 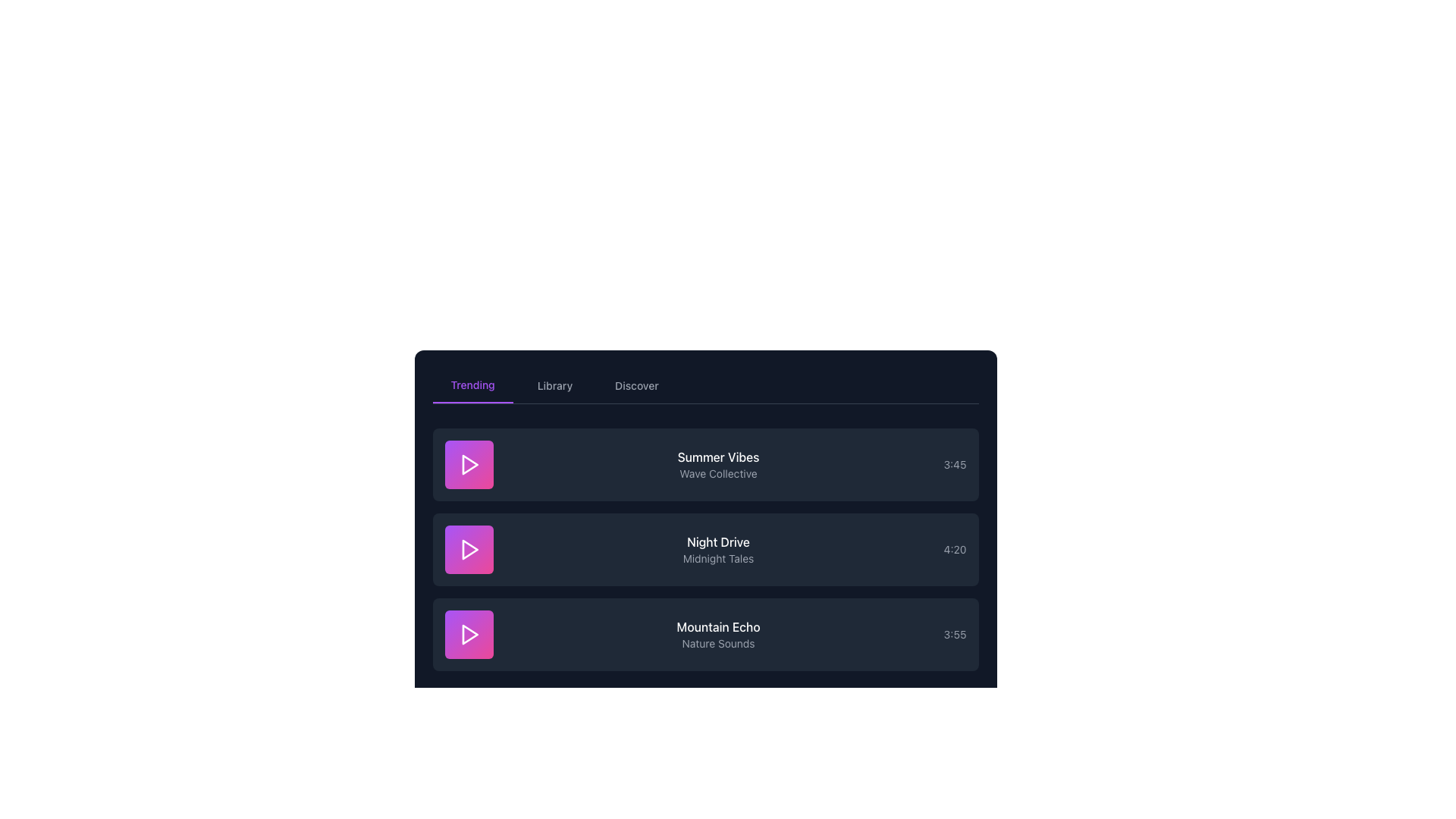 I want to click on the square button with a gradient background transitioning from purple to pink, featuring a white play icon in the center, to play the track, so click(x=468, y=550).